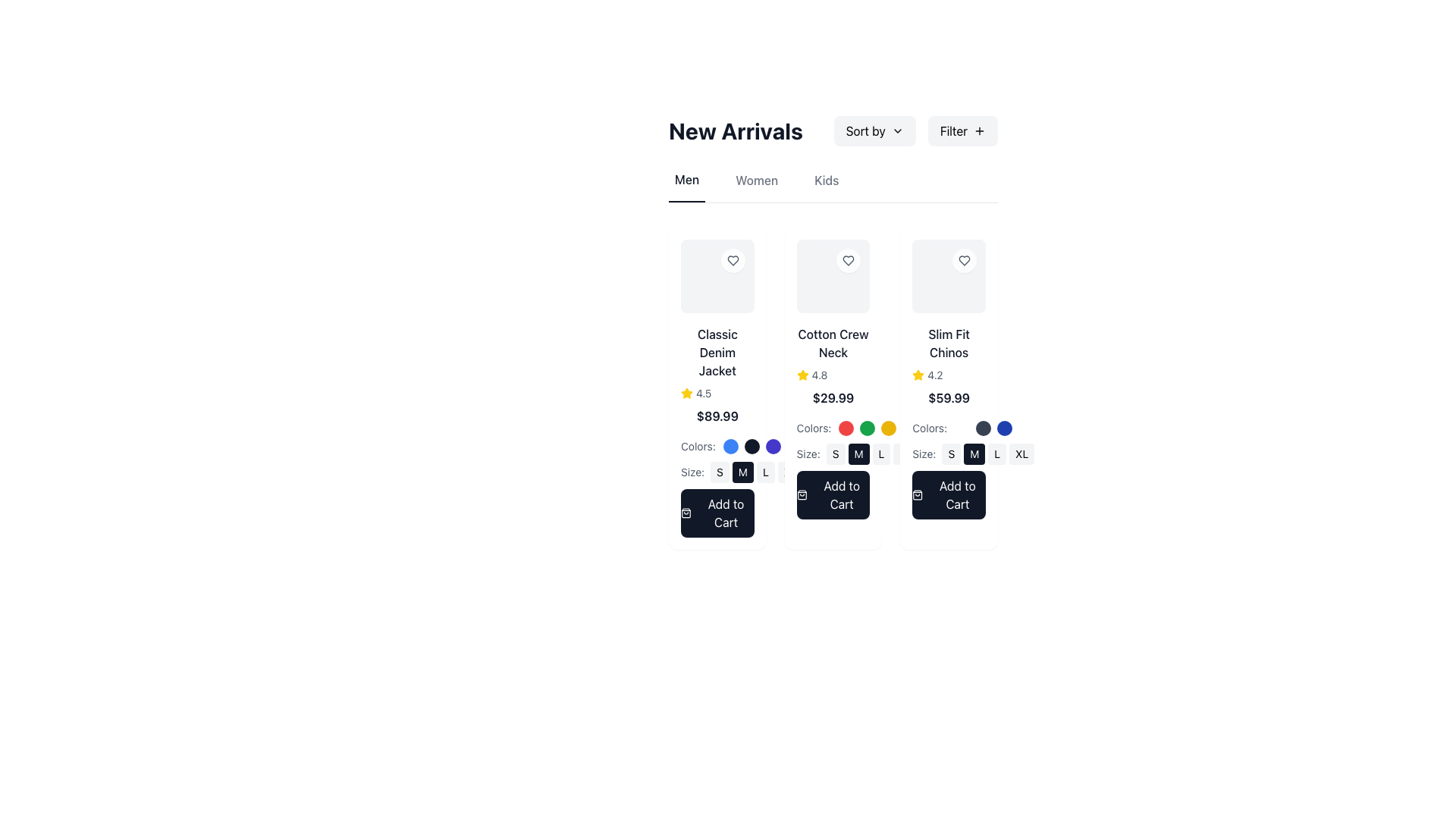 The height and width of the screenshot is (819, 1456). I want to click on the static text label indicating the price of the product 'Slim Fit Chinos' in the third product card from the left in the 'New Arrivals' section under the 'Men' tab, so click(948, 397).